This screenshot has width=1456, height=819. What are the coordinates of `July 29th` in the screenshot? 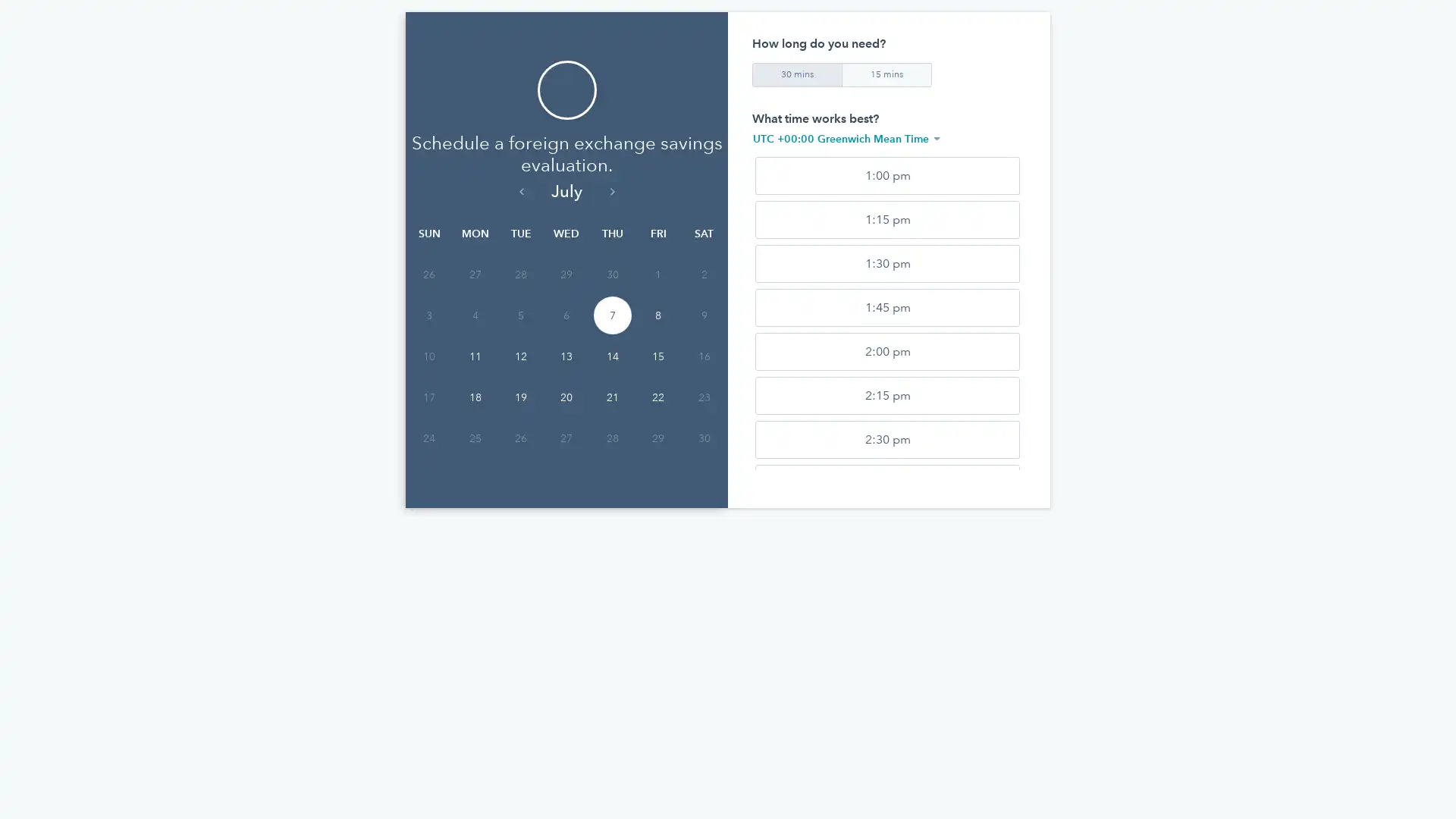 It's located at (658, 438).